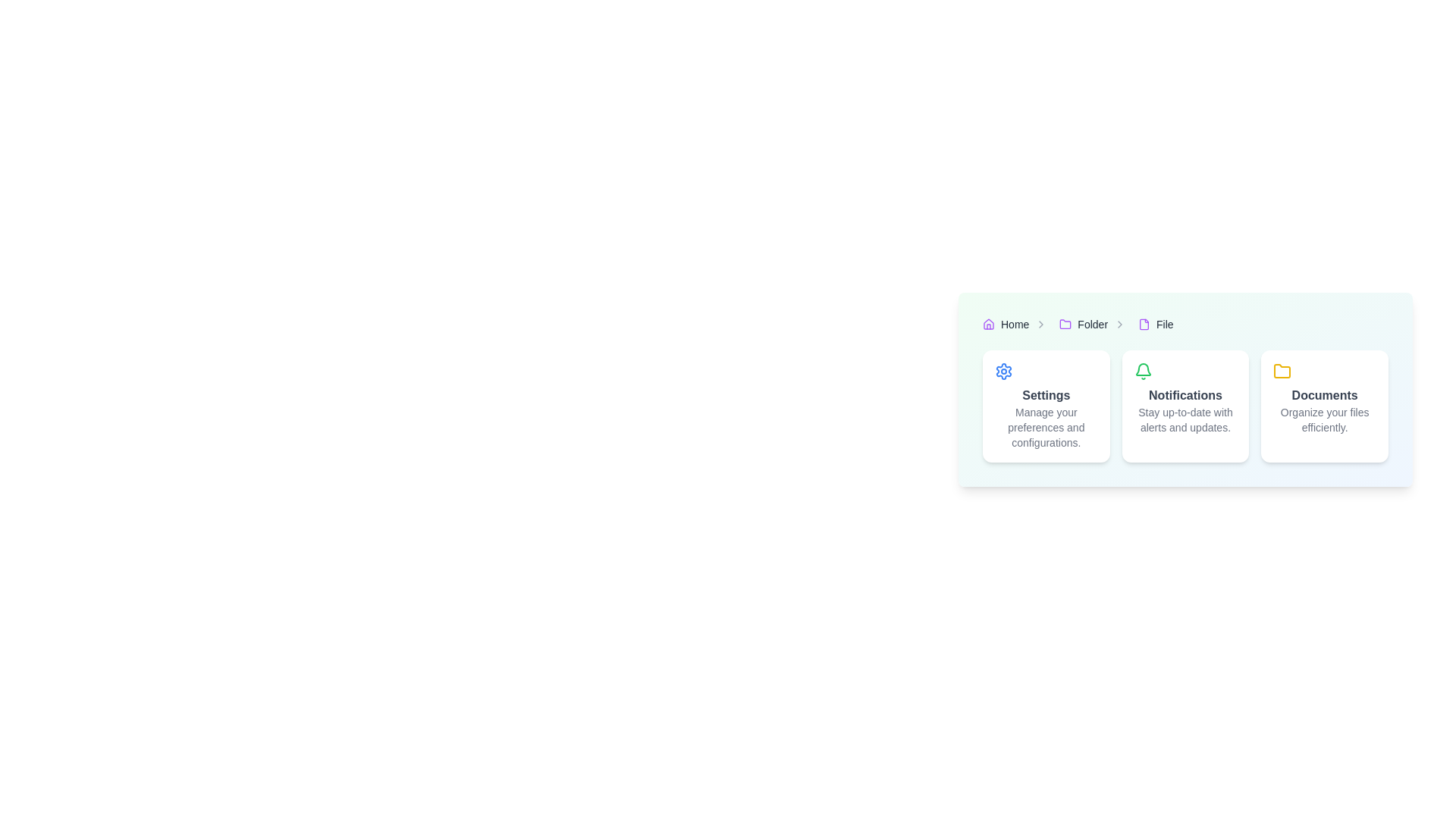  What do you see at coordinates (1185, 406) in the screenshot?
I see `the notification tile, which is the second tile in a group of three horizontally arranged tiles` at bounding box center [1185, 406].